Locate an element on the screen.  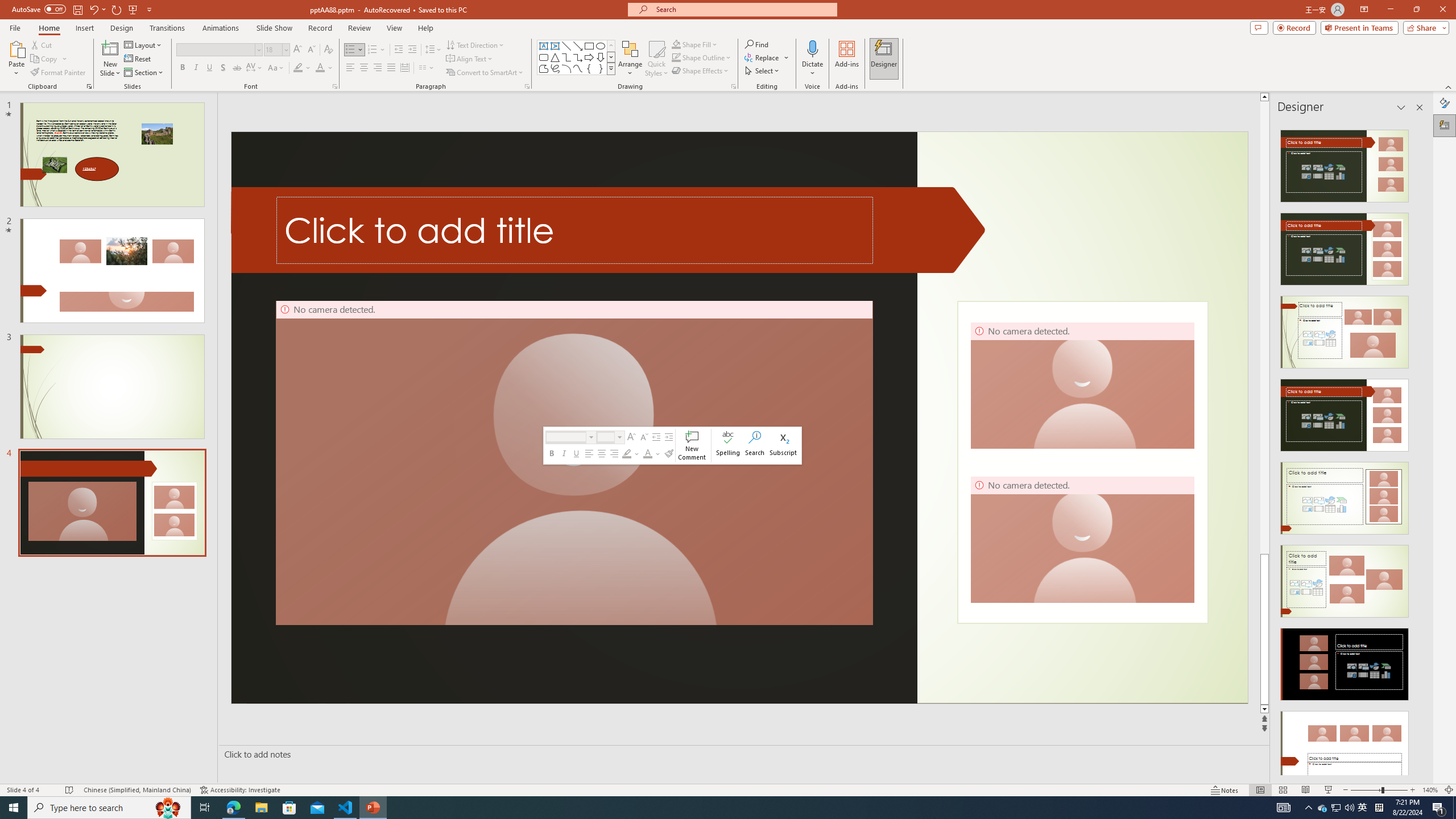
'Bullets' is located at coordinates (354, 49).